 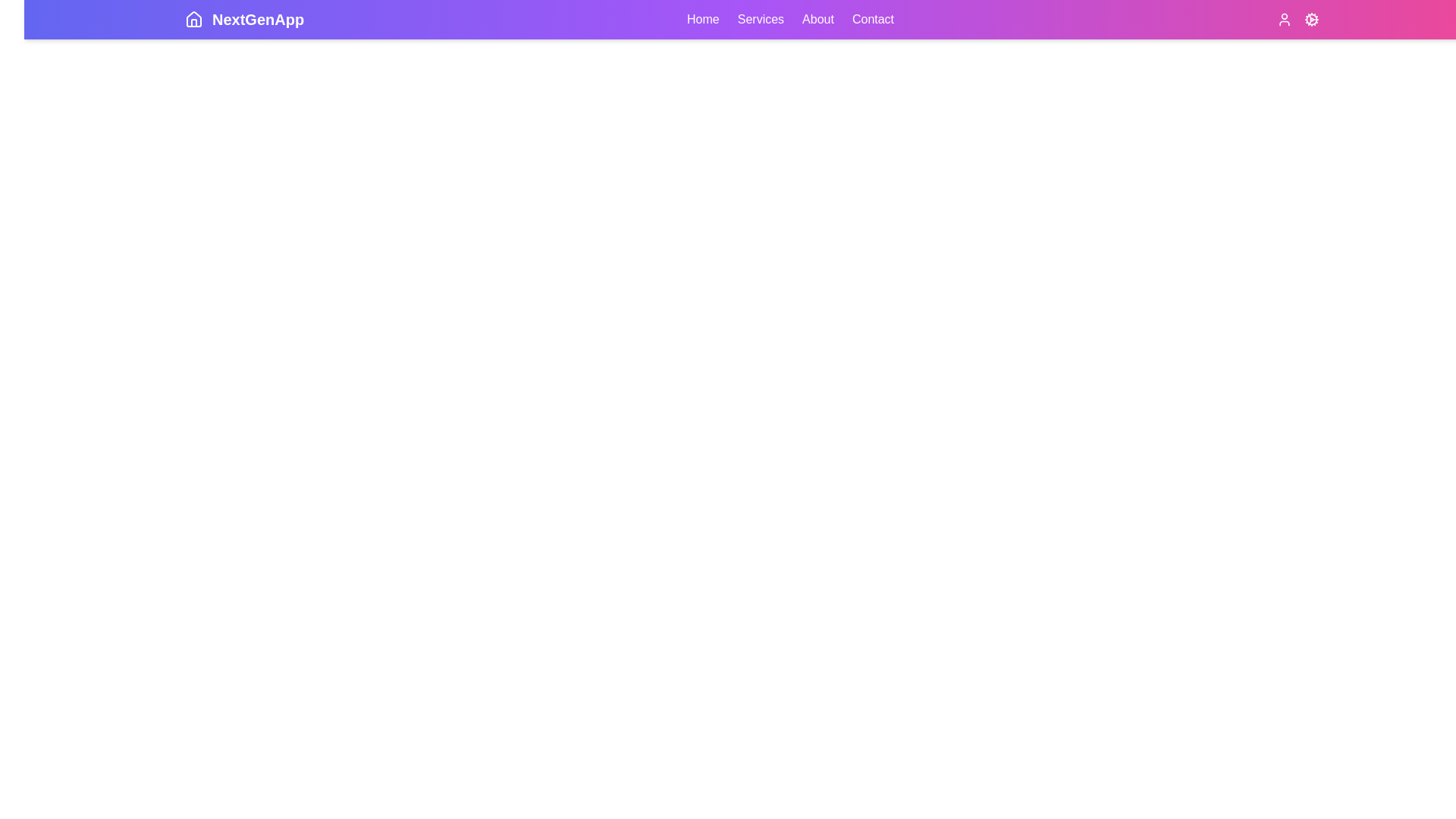 What do you see at coordinates (761, 20) in the screenshot?
I see `the Services navigation link` at bounding box center [761, 20].